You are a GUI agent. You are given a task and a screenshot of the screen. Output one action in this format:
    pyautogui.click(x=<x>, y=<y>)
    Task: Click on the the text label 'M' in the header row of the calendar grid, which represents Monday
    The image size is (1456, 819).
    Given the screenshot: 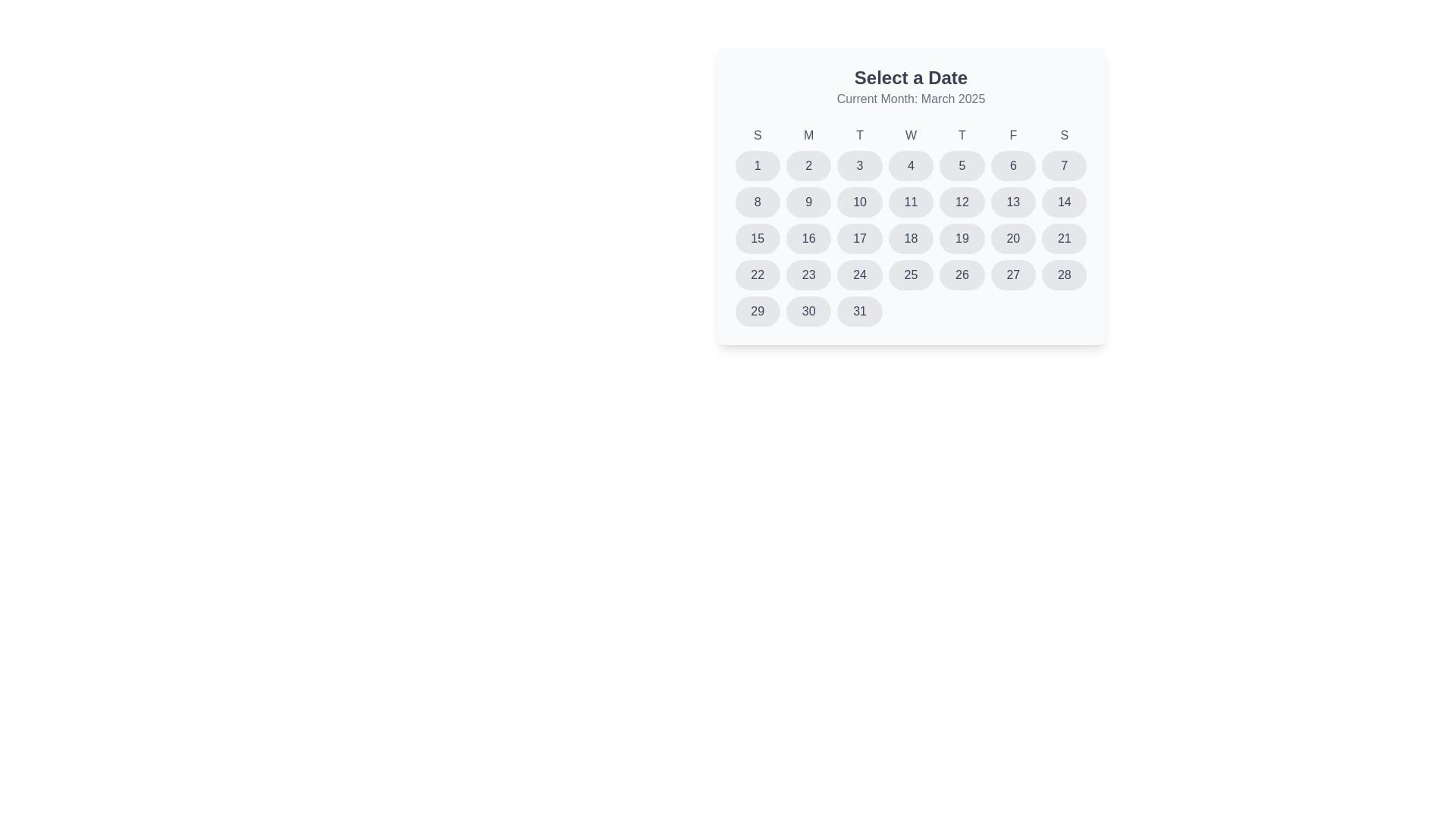 What is the action you would take?
    pyautogui.click(x=808, y=134)
    